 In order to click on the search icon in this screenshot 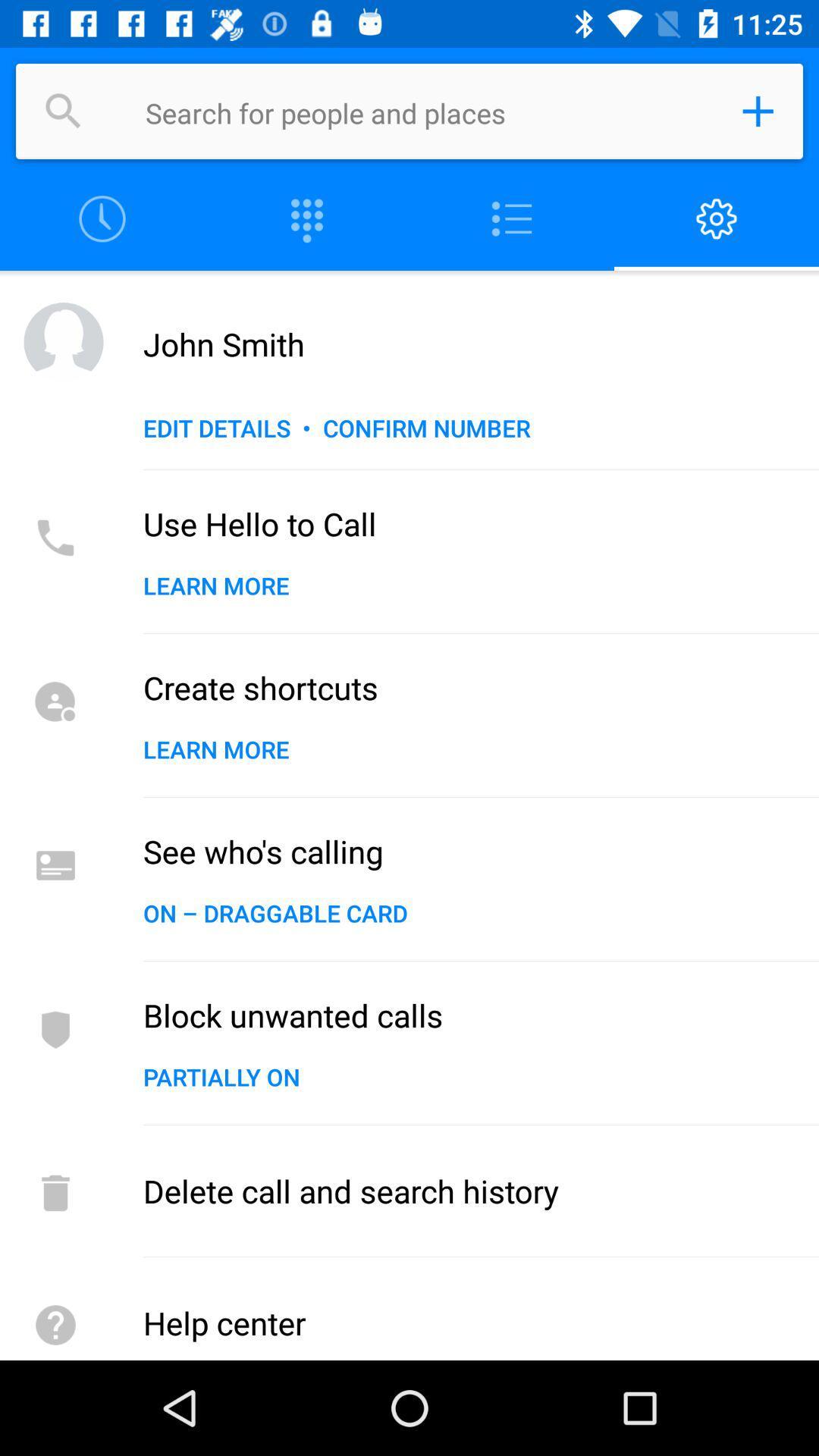, I will do `click(63, 111)`.